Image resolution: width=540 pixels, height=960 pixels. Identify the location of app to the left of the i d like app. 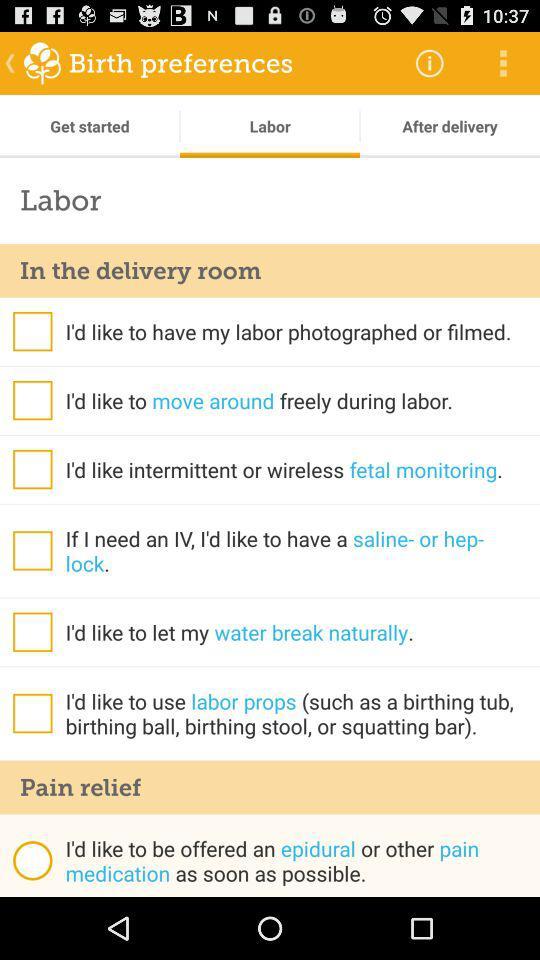
(31, 859).